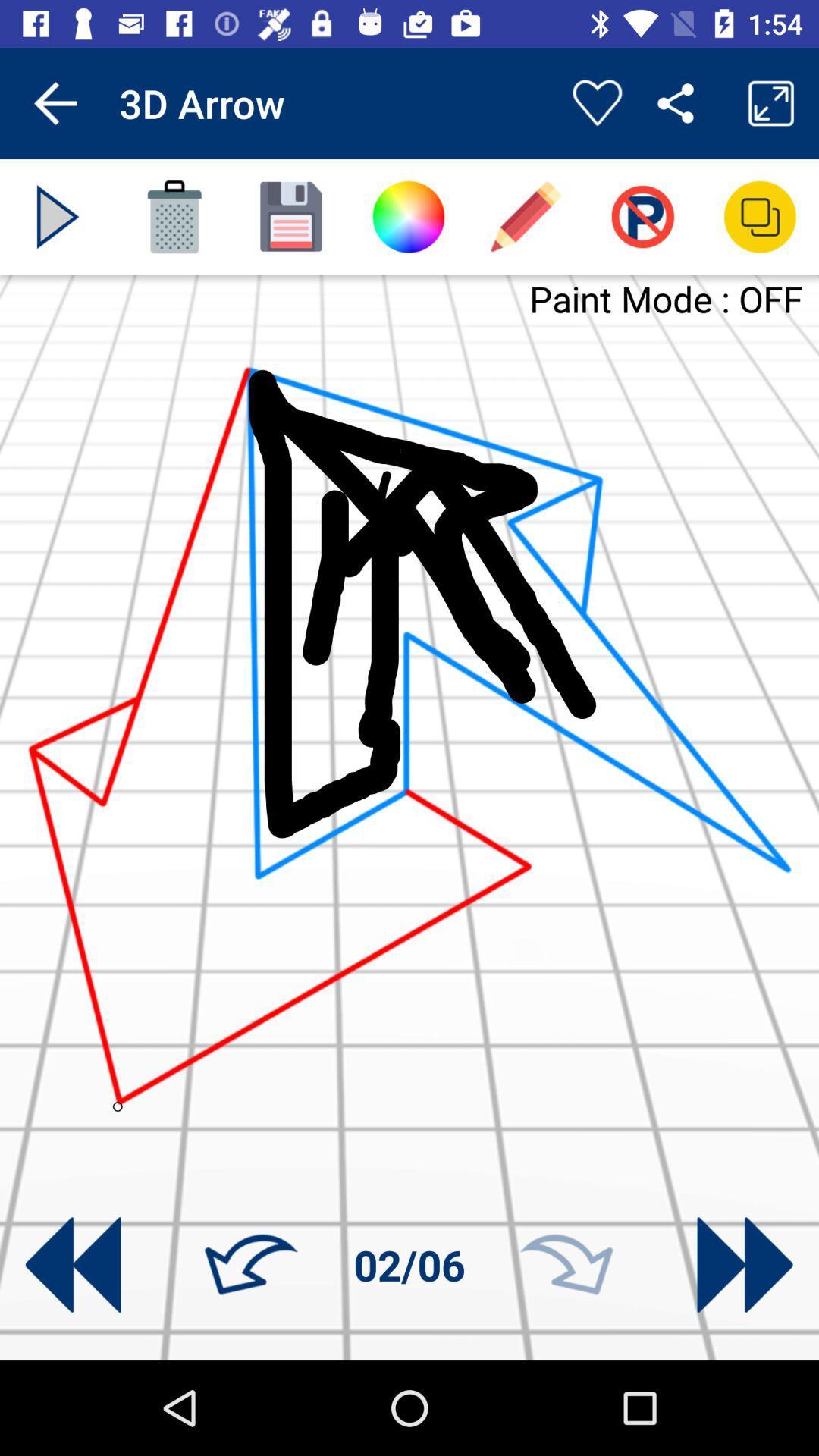  Describe the element at coordinates (73, 1265) in the screenshot. I see `turn back on drawing tutorial` at that location.